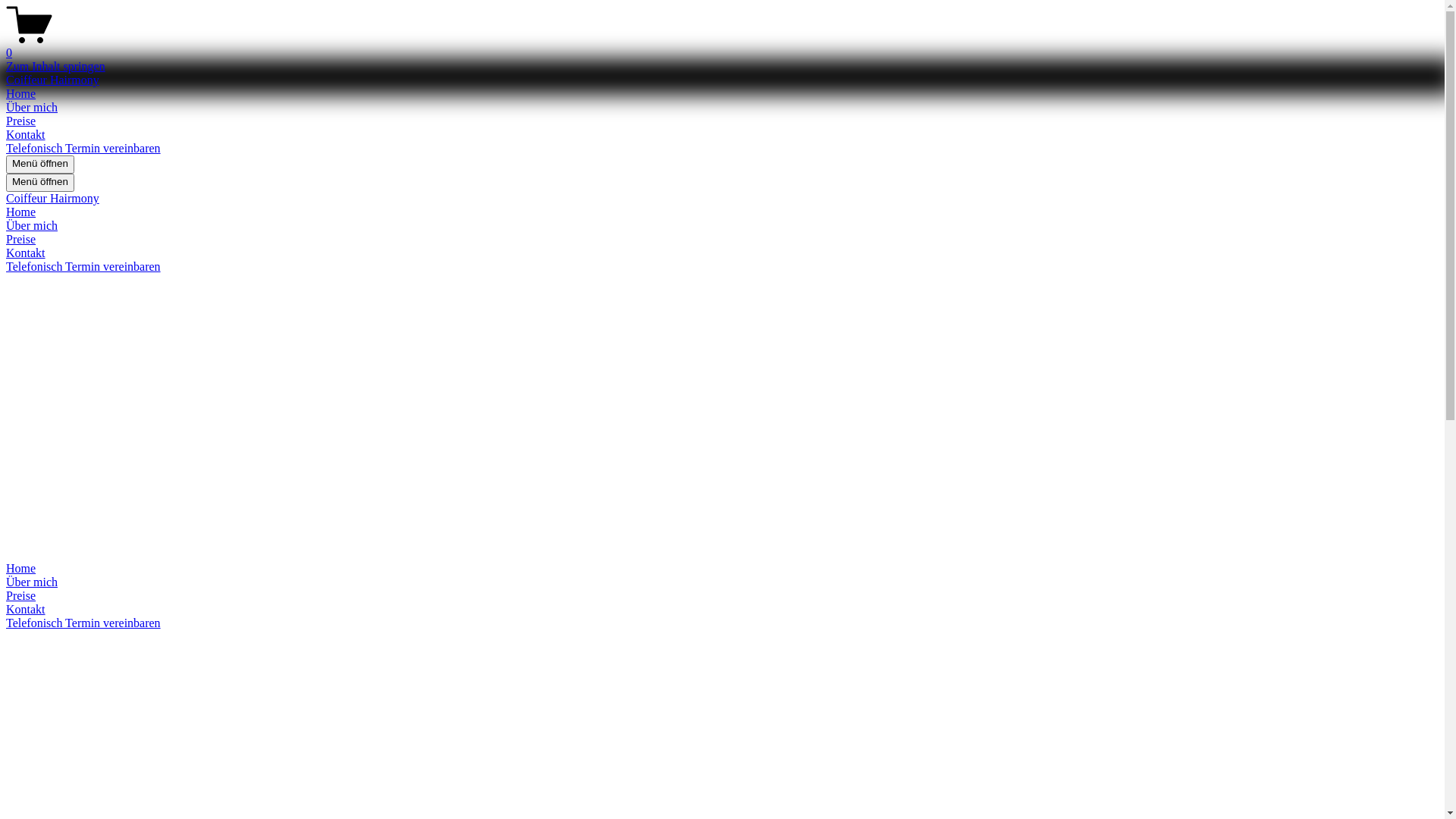 Image resolution: width=1456 pixels, height=819 pixels. I want to click on 'Zum Inhalt springen', so click(55, 65).